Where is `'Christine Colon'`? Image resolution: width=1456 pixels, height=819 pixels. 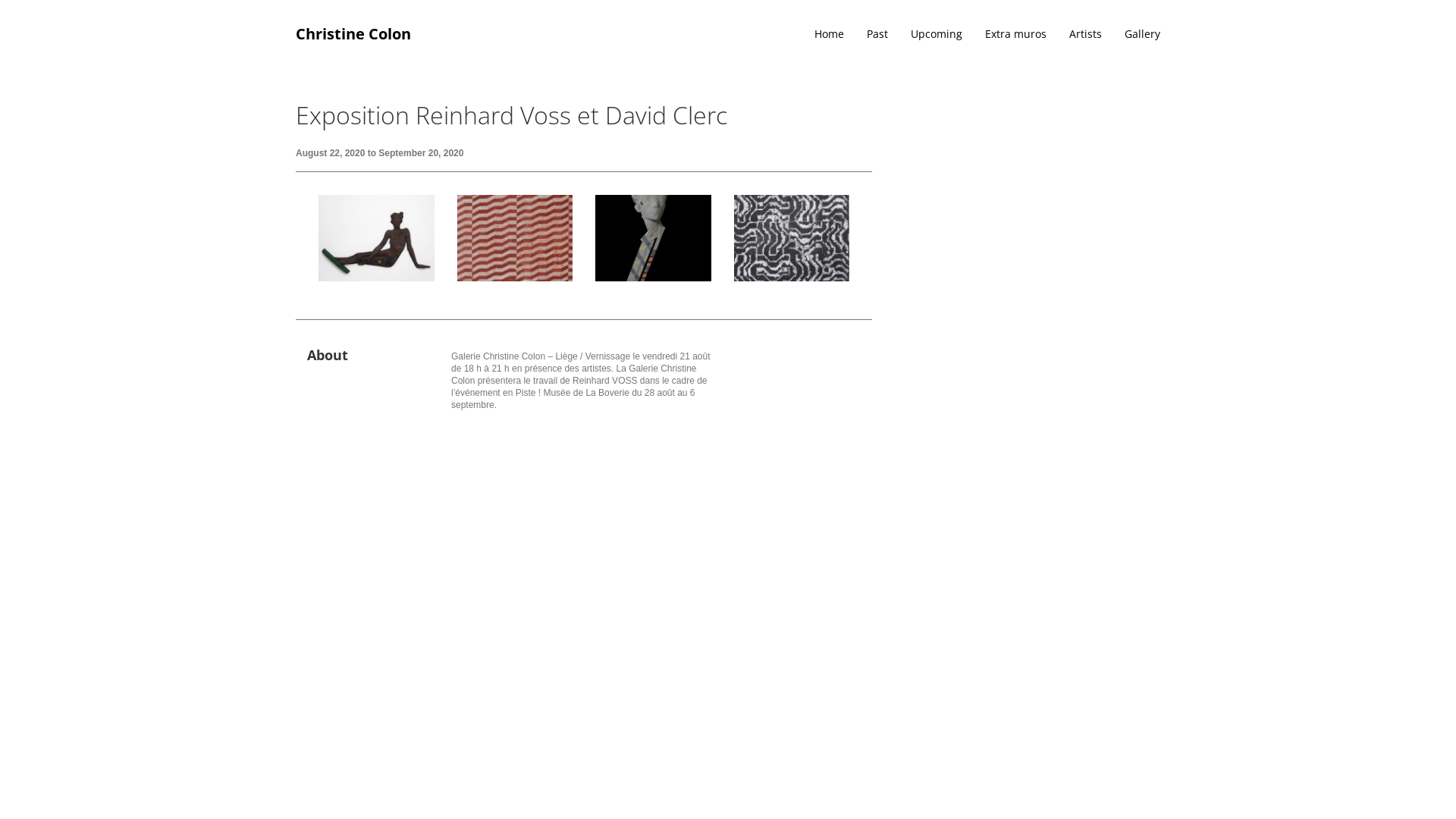
'Christine Colon' is located at coordinates (352, 34).